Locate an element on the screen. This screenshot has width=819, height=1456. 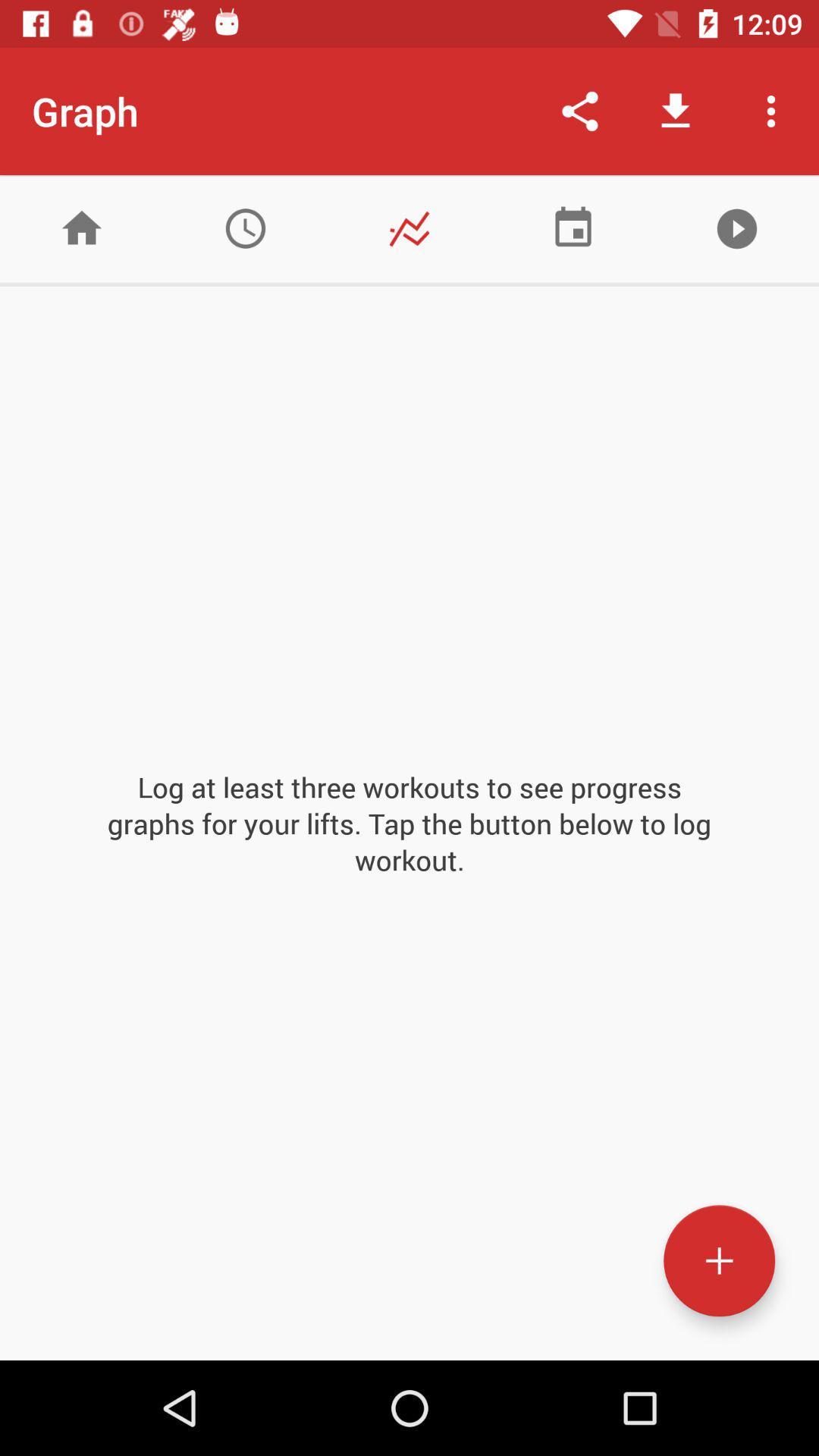
he house for home is located at coordinates (82, 227).